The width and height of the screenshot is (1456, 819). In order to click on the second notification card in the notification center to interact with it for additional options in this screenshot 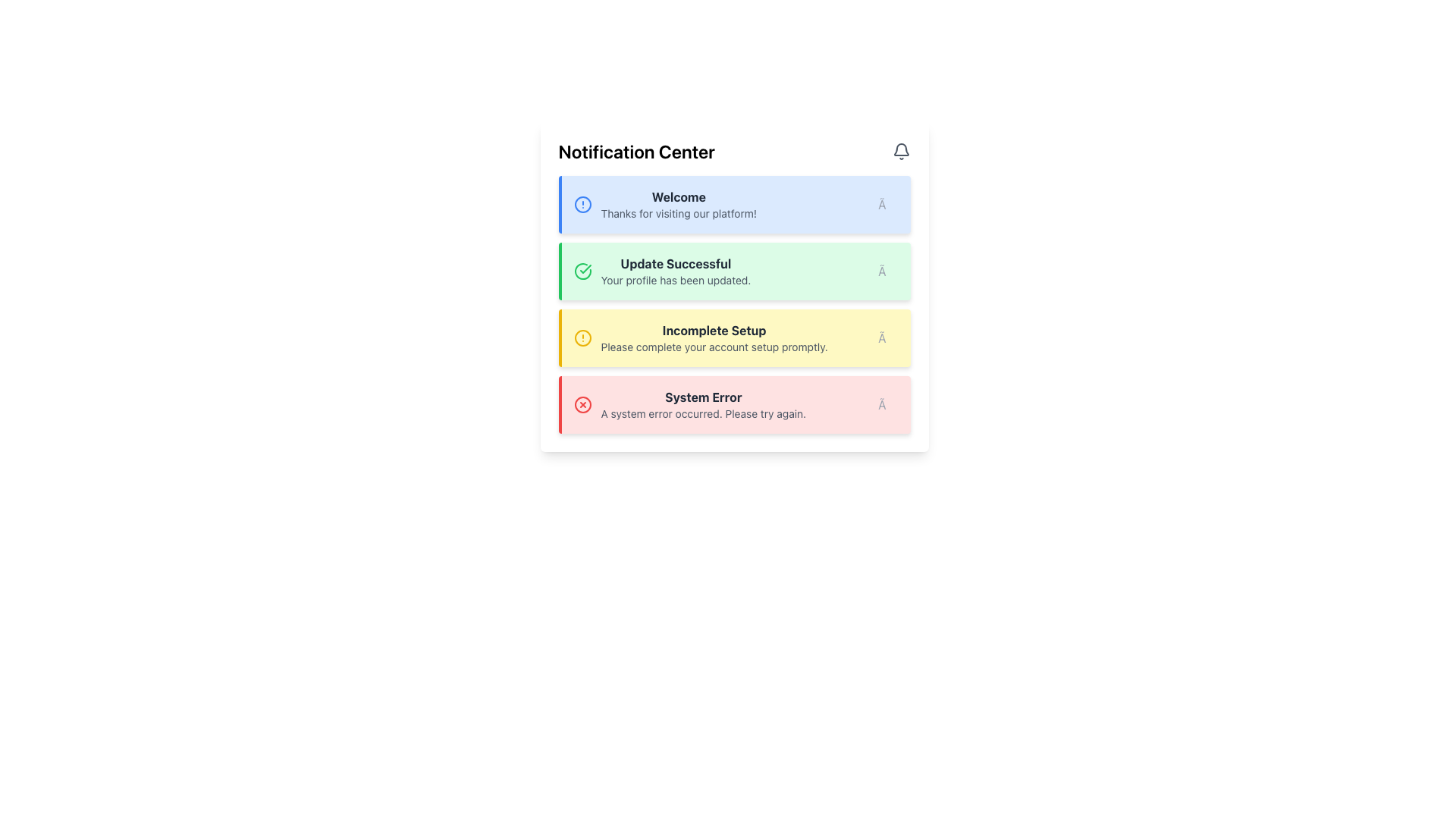, I will do `click(734, 287)`.